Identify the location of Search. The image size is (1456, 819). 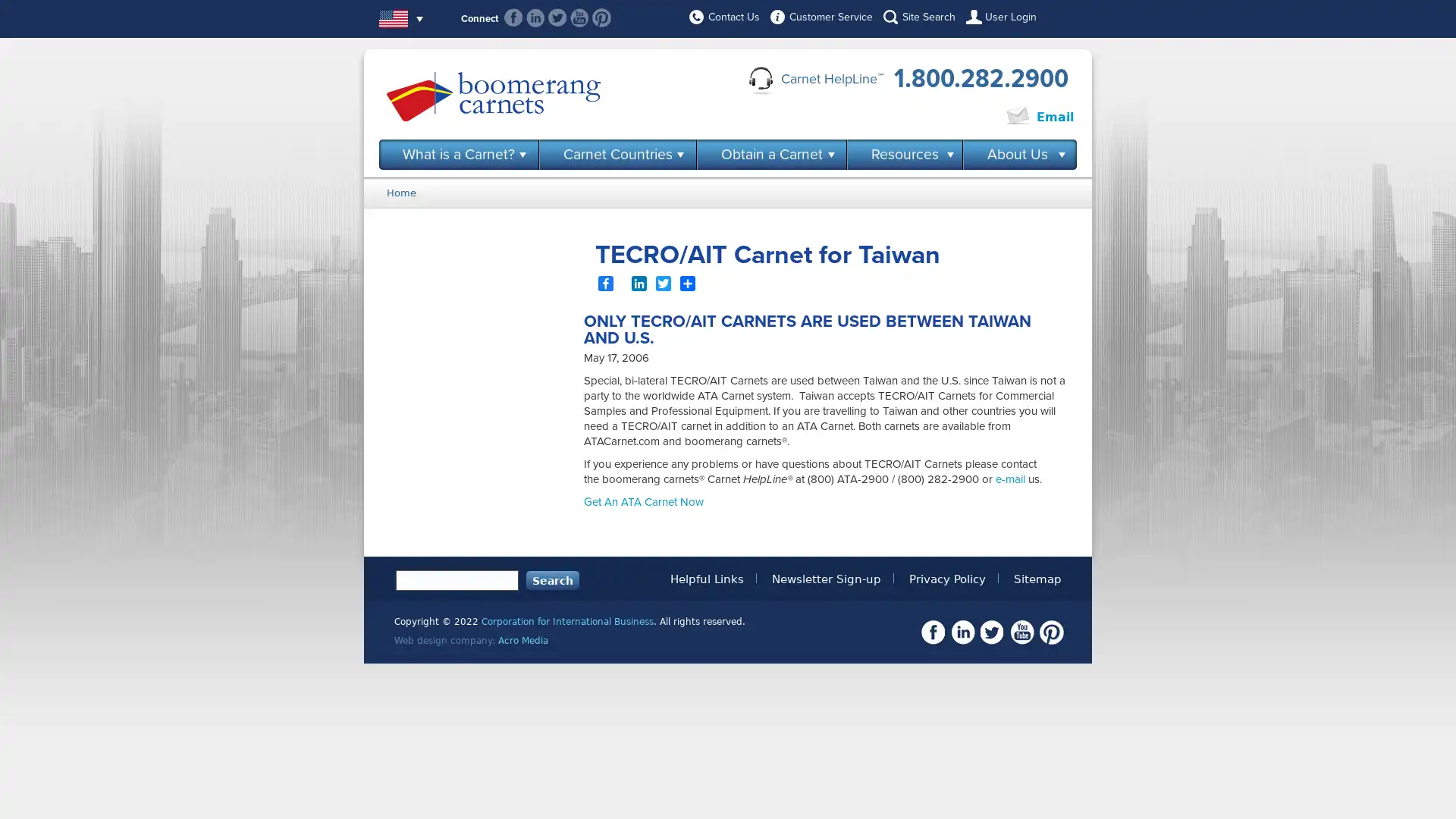
(552, 579).